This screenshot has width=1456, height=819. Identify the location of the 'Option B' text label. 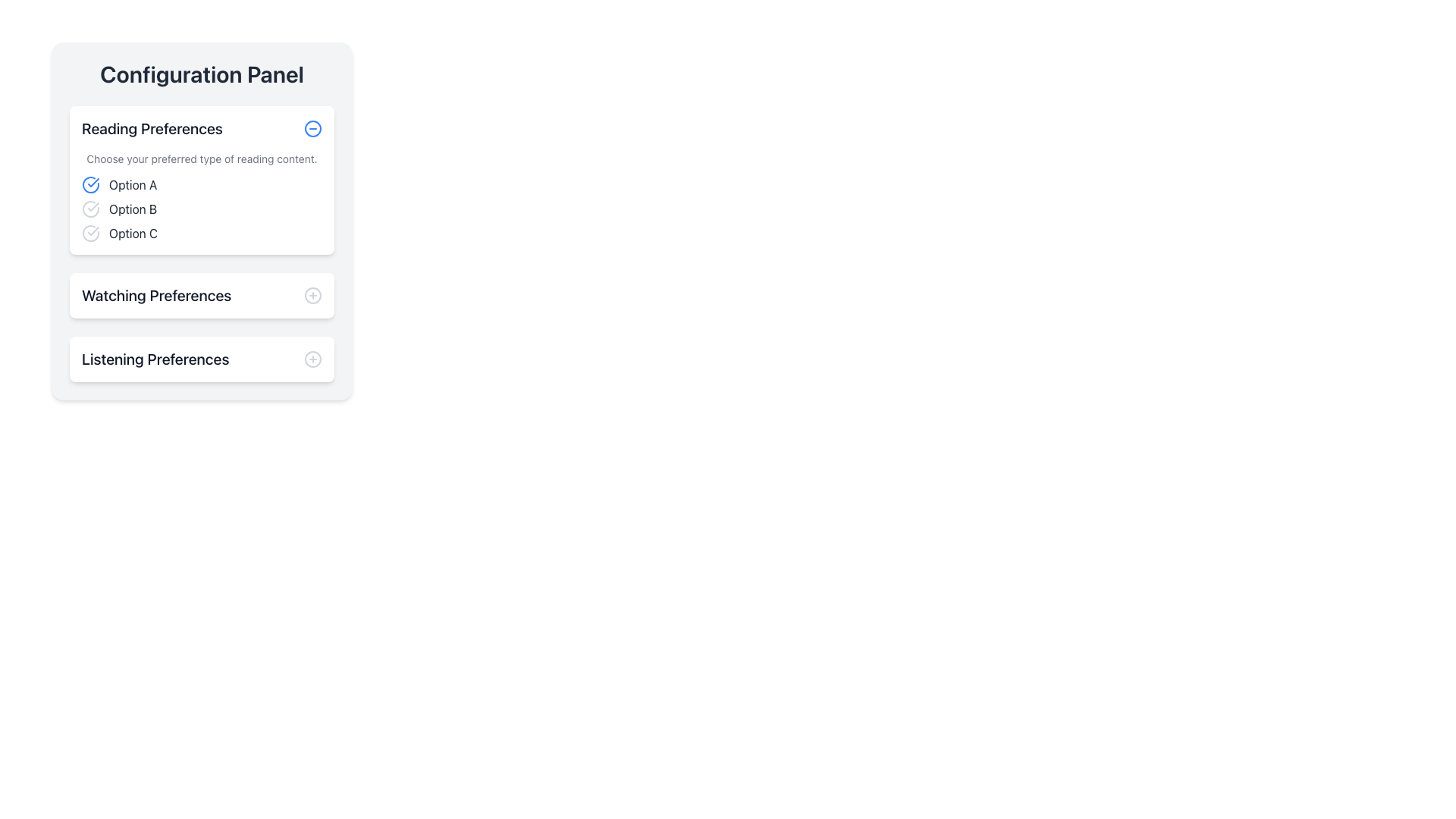
(133, 209).